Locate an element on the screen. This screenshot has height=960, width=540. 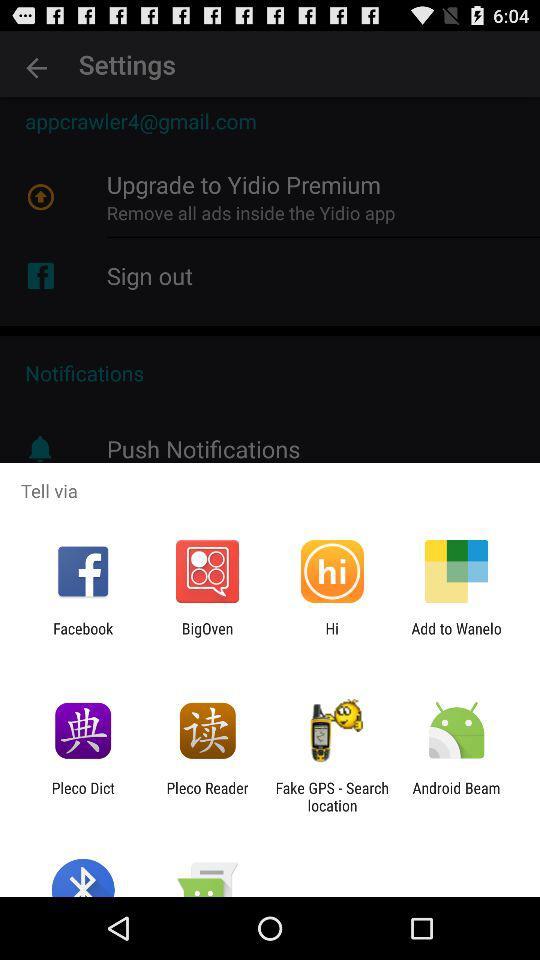
bigoven icon is located at coordinates (206, 636).